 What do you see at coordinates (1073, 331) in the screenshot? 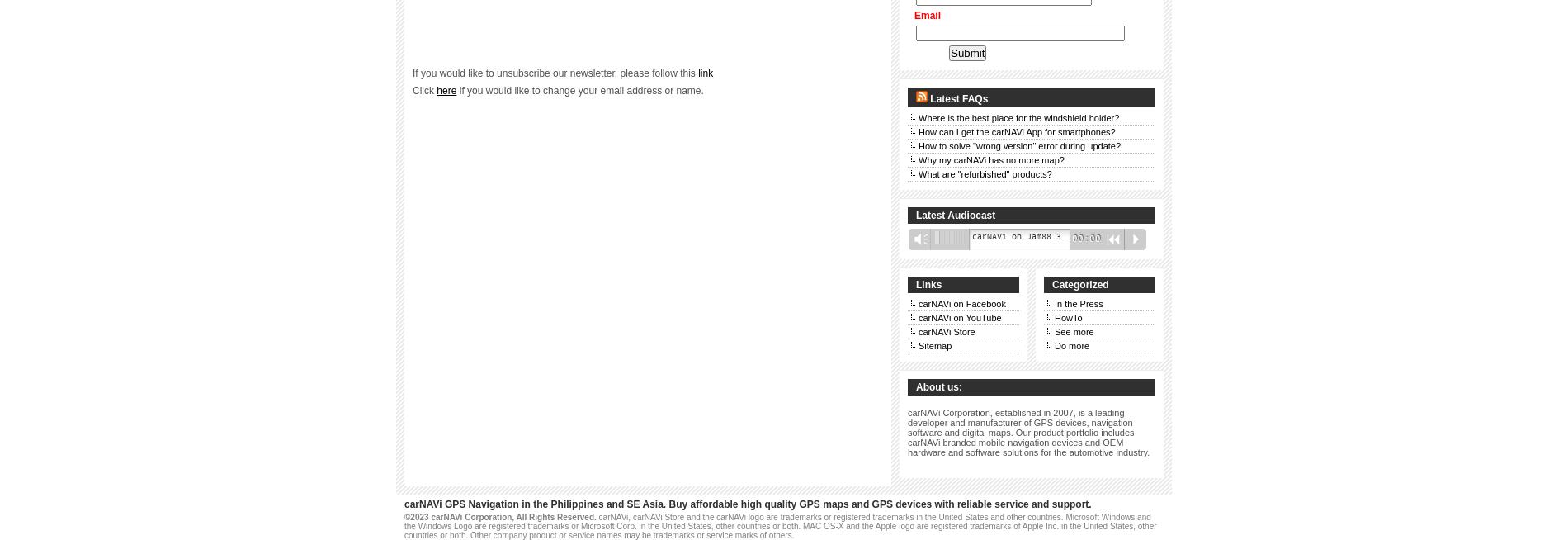
I see `'See more'` at bounding box center [1073, 331].